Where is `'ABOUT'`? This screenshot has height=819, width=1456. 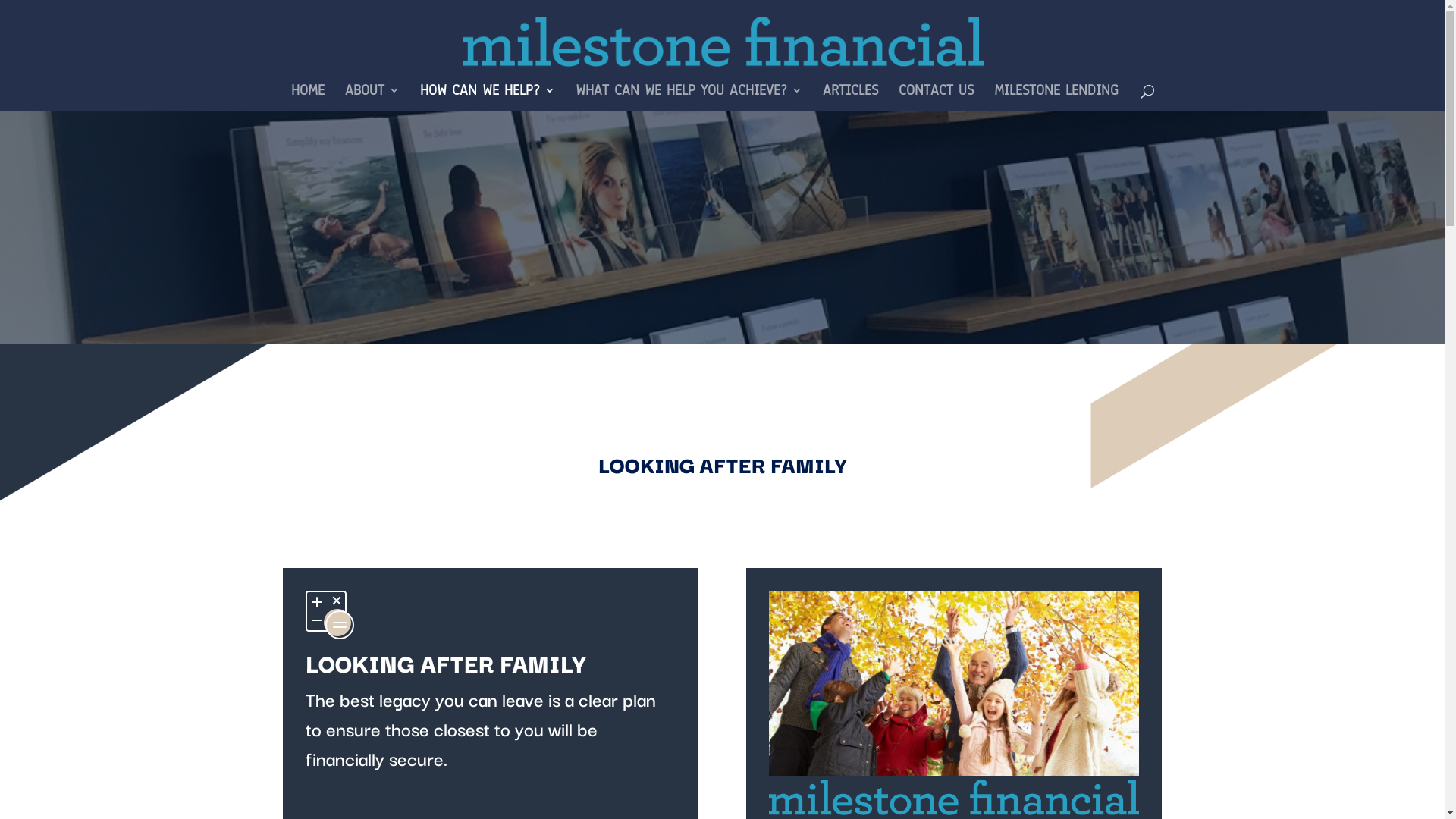 'ABOUT' is located at coordinates (344, 97).